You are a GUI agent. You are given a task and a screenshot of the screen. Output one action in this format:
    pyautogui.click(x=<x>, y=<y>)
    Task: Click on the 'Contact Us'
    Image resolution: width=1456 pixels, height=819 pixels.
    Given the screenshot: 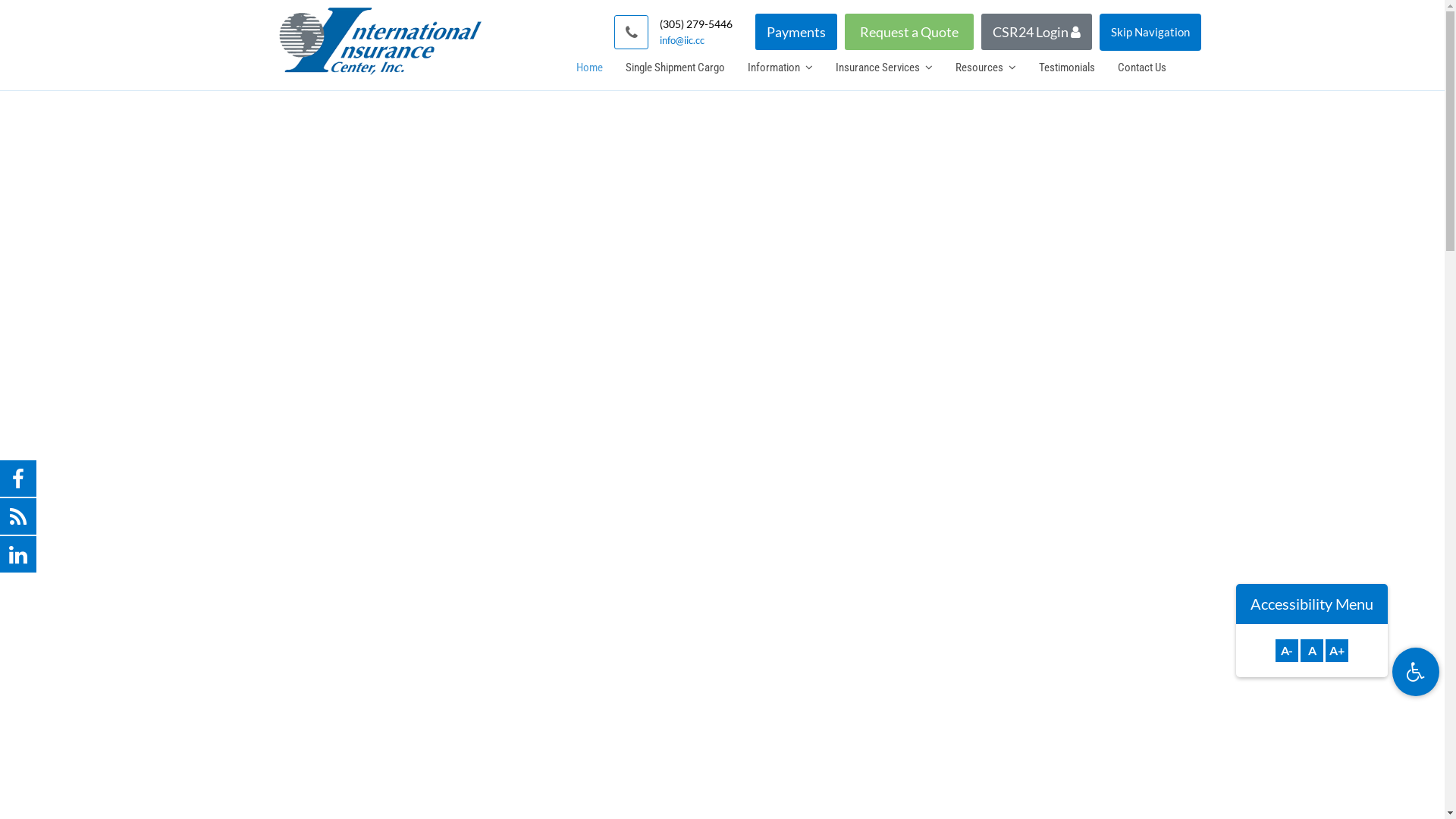 What is the action you would take?
    pyautogui.click(x=1141, y=66)
    